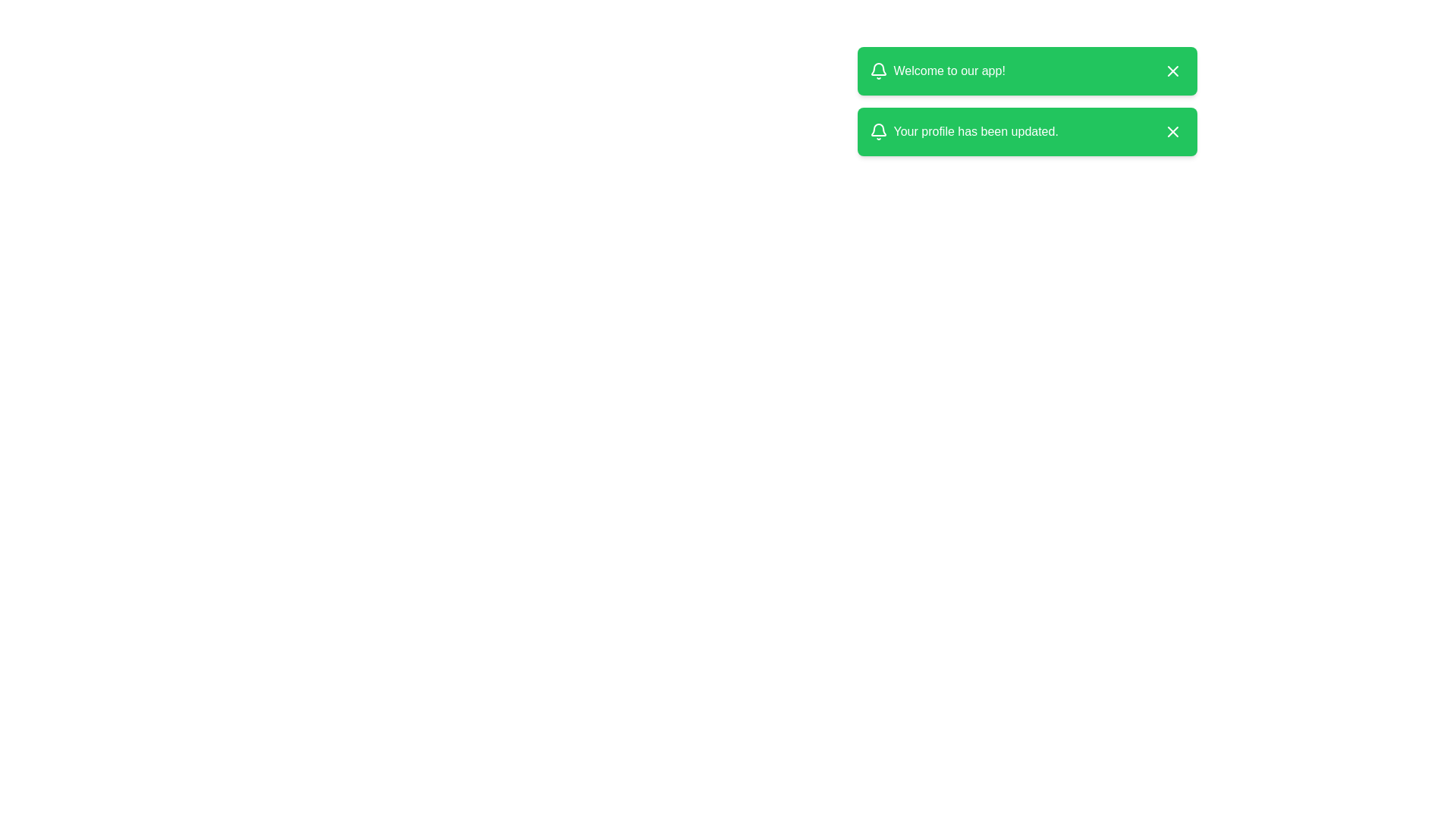 The image size is (1456, 819). I want to click on message from the green notification banner displaying 'Your profile has been updated.', so click(1027, 130).